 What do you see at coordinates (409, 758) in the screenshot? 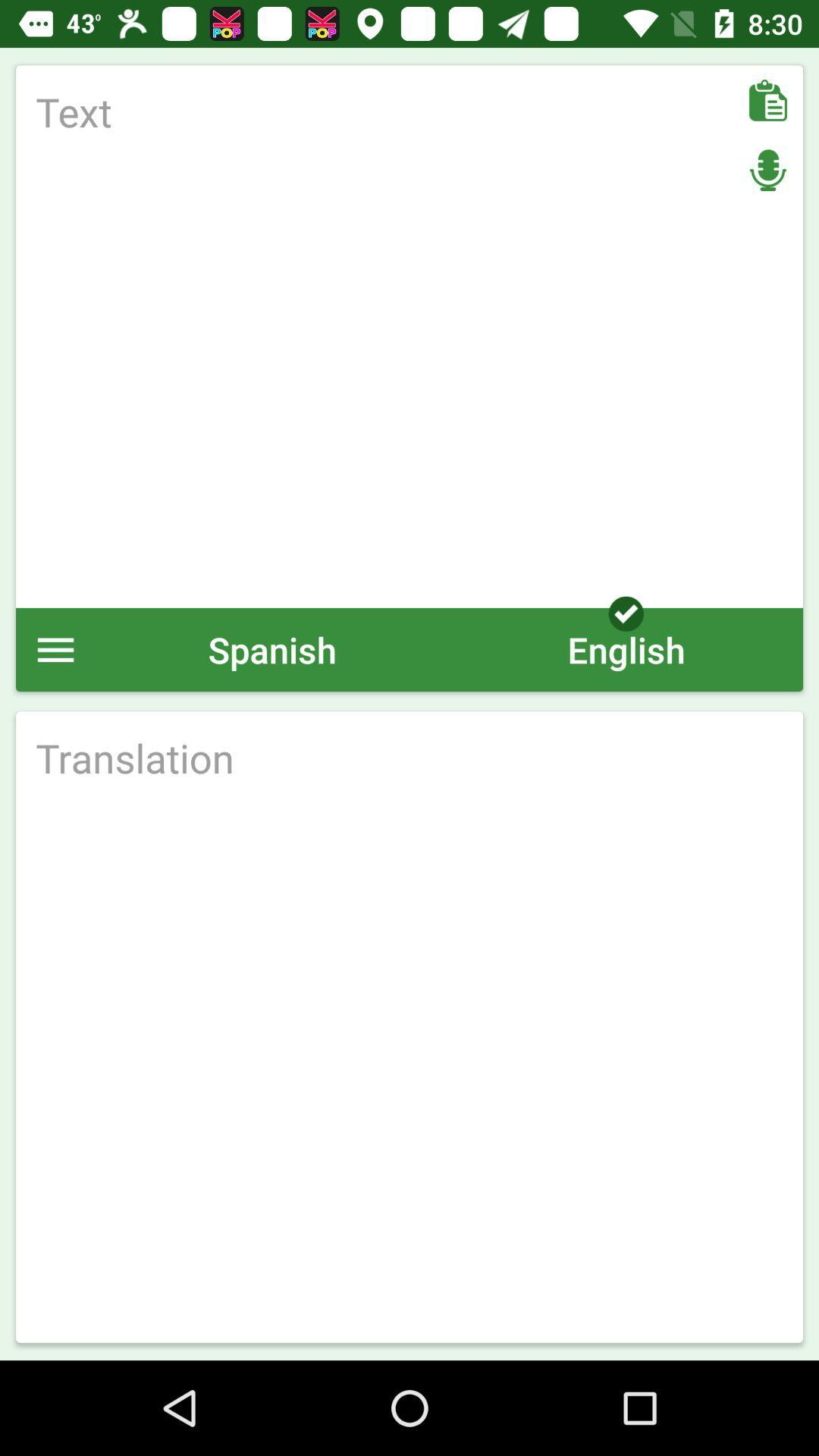
I see `this button is used to transcribe the word` at bounding box center [409, 758].